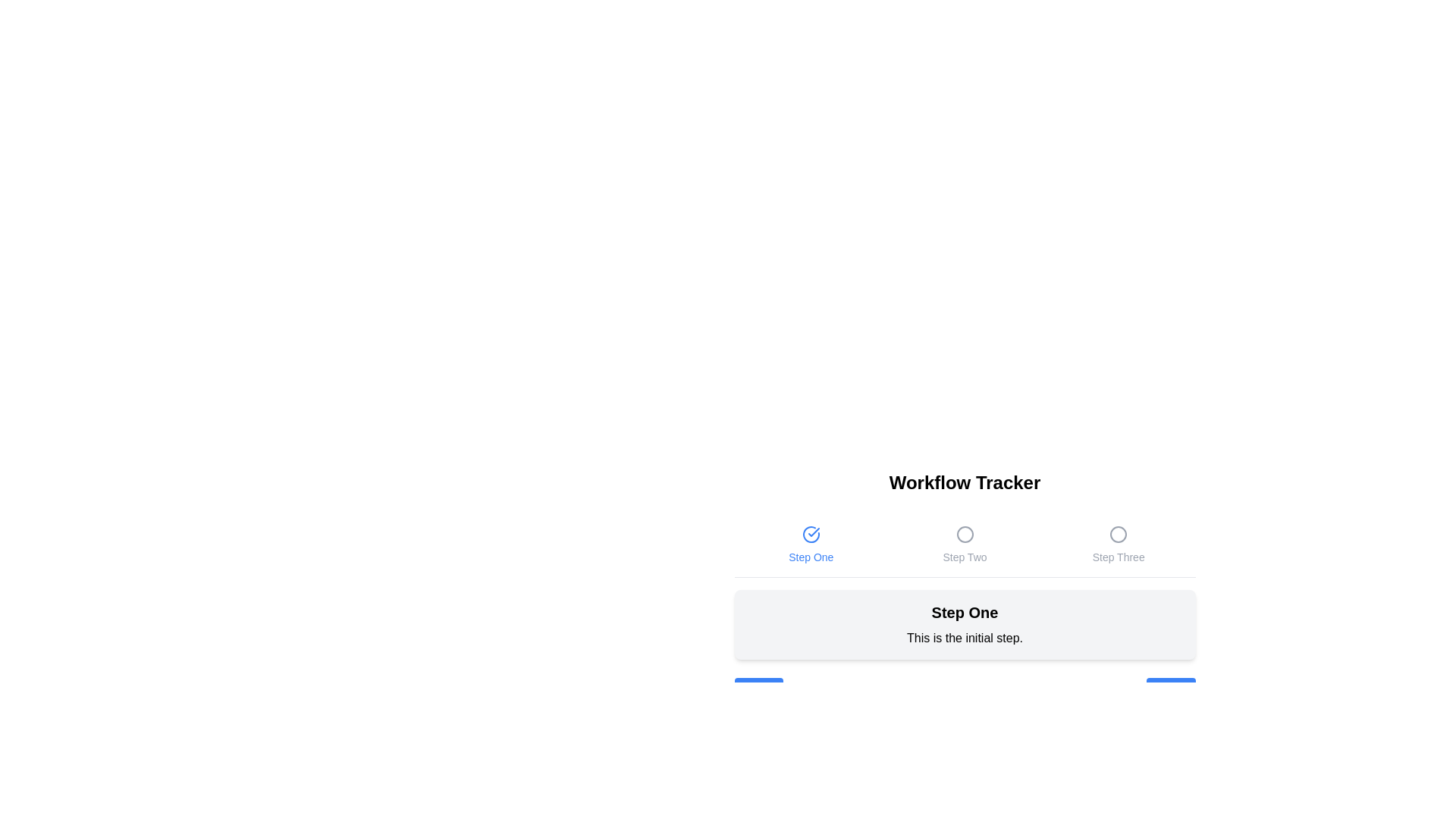  I want to click on to select the second step in the Workflow Tracker step indicator, which is currently inactive or unselected, so click(964, 544).